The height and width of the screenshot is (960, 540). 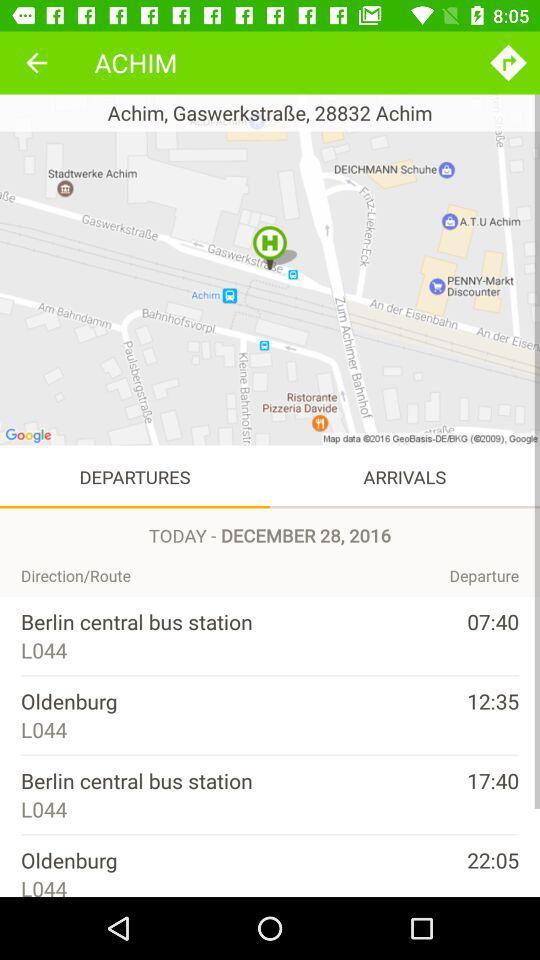 I want to click on icon to the left of the achim item, so click(x=36, y=62).